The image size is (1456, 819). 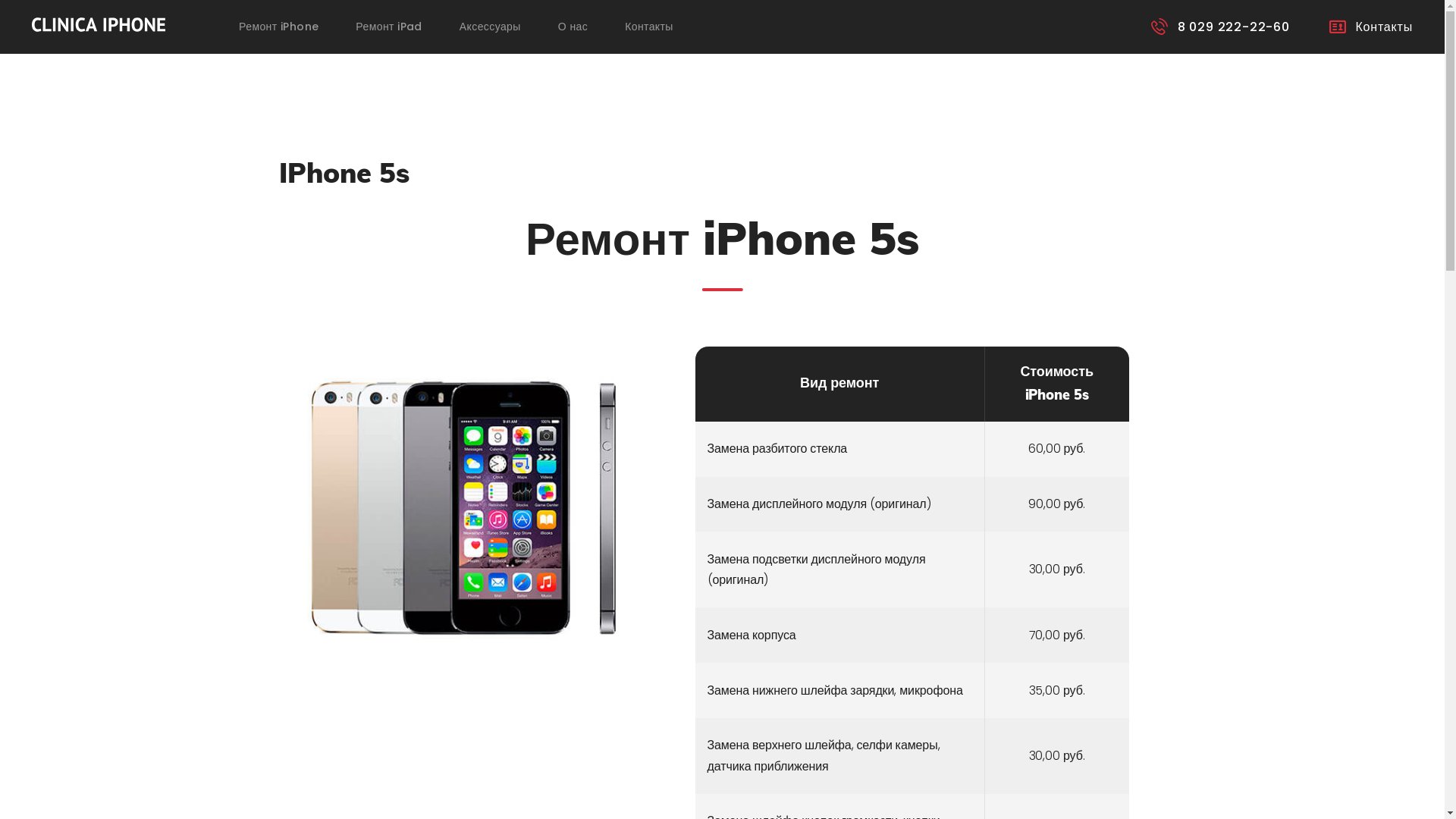 I want to click on '8 029 222-22-60', so click(x=1220, y=26).